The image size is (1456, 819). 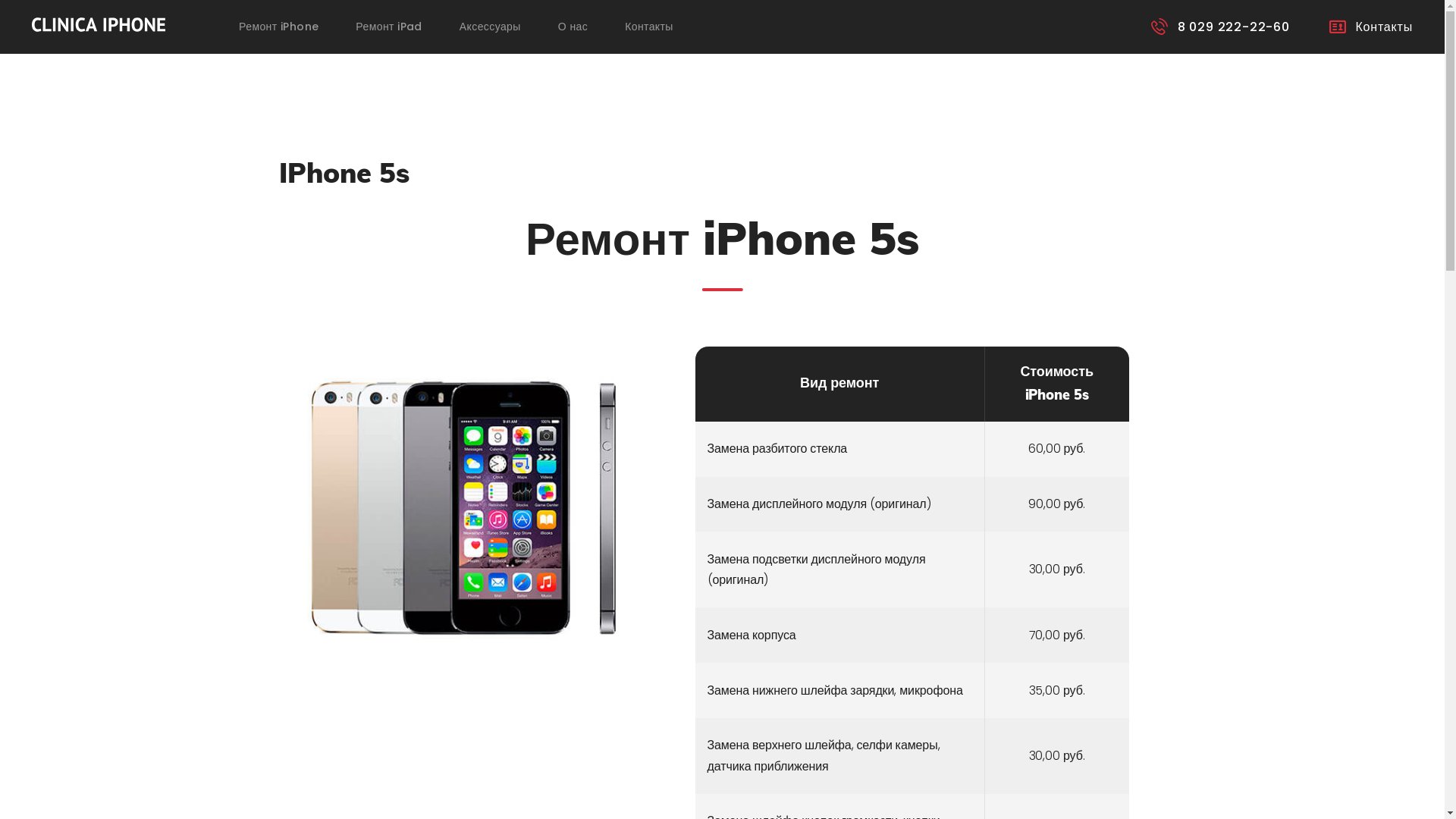 I want to click on '8 029 222-22-60', so click(x=1220, y=26).